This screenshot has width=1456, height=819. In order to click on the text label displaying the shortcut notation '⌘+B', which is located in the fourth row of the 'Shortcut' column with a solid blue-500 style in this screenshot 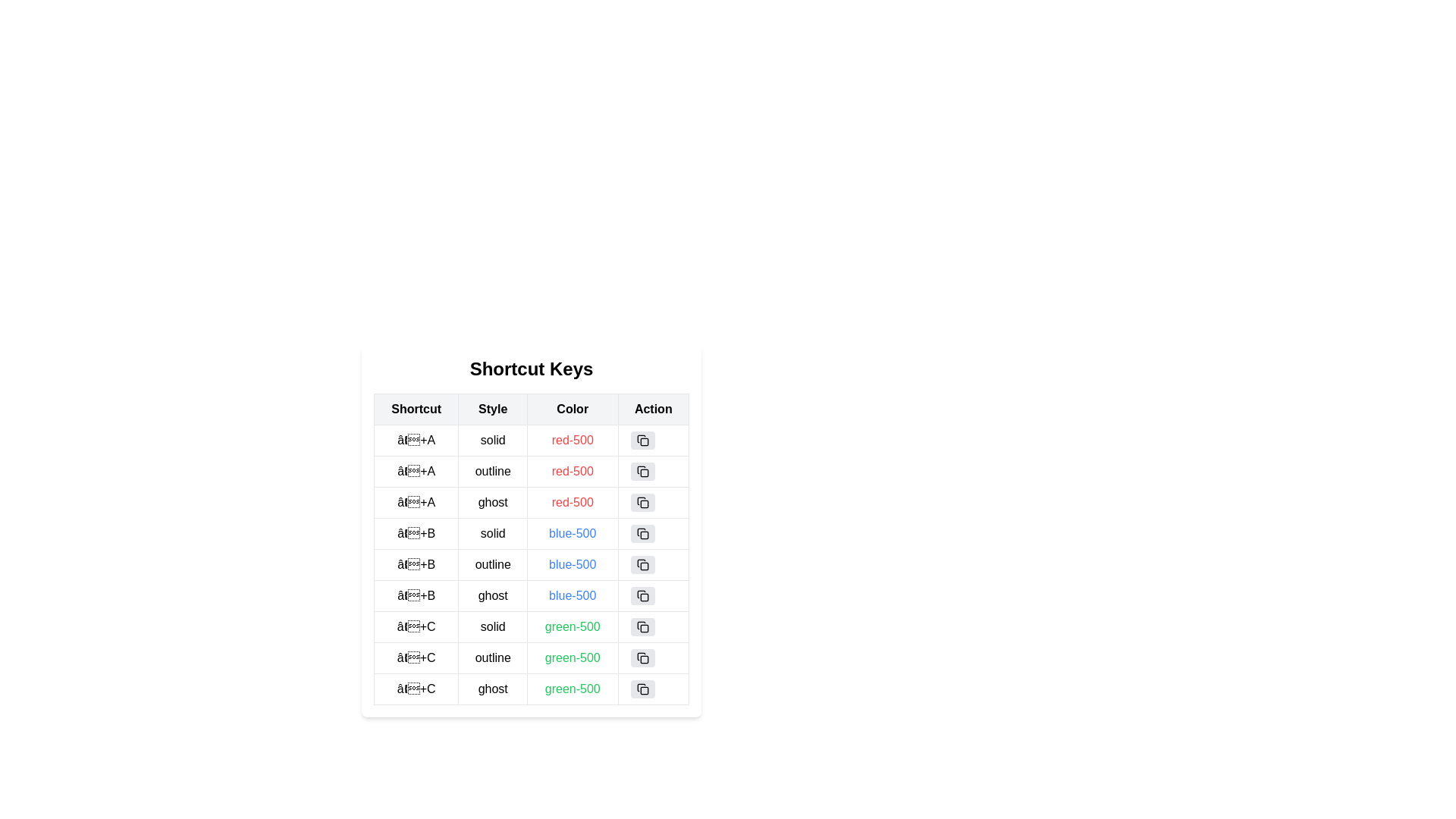, I will do `click(416, 533)`.